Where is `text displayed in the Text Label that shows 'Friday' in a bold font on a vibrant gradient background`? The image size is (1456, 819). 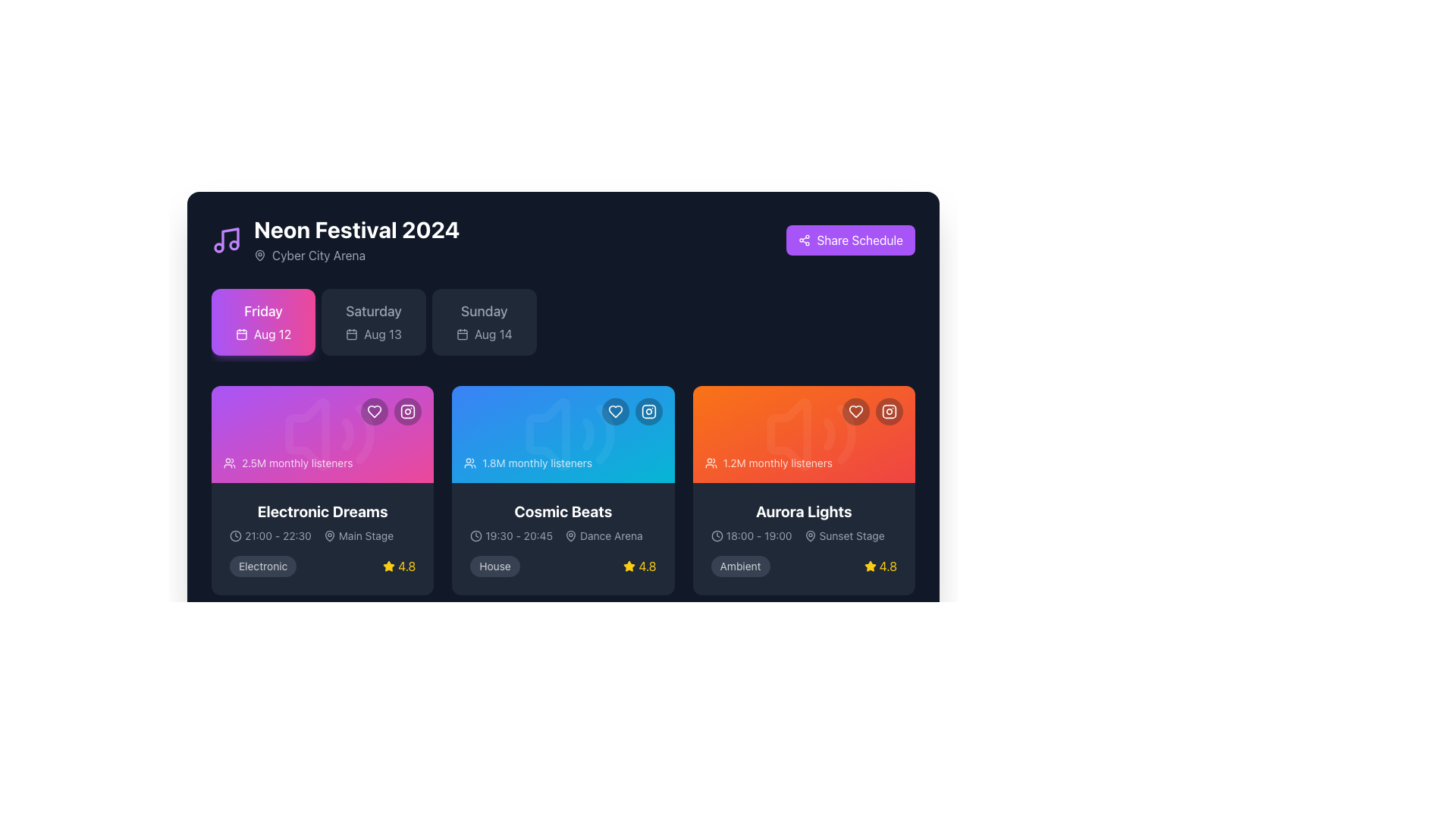
text displayed in the Text Label that shows 'Friday' in a bold font on a vibrant gradient background is located at coordinates (263, 311).